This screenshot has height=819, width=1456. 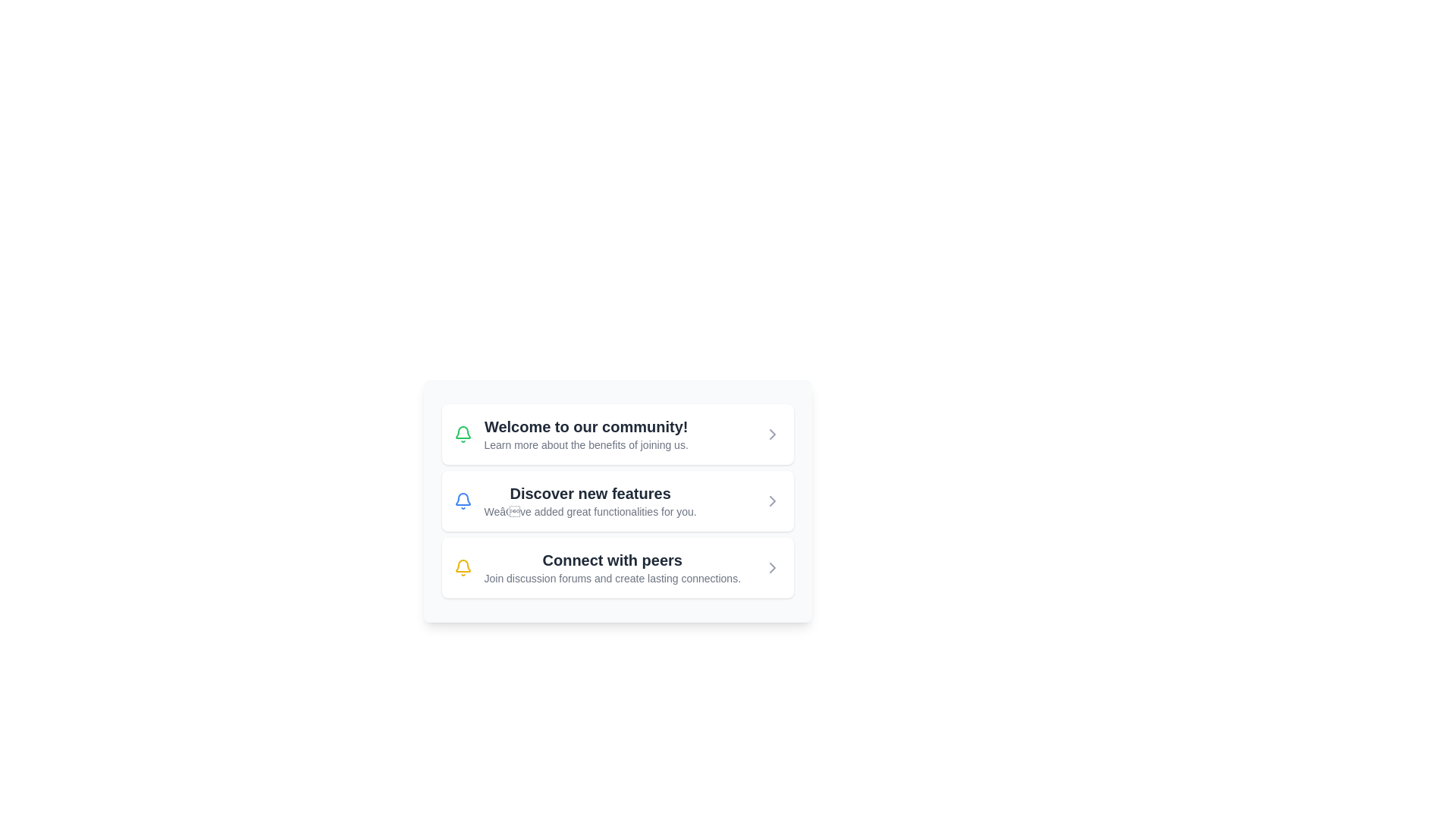 What do you see at coordinates (772, 435) in the screenshot?
I see `the Chevron-Right SVG icon located at the far right of the first list item containing the text 'Welcome to our community!'` at bounding box center [772, 435].